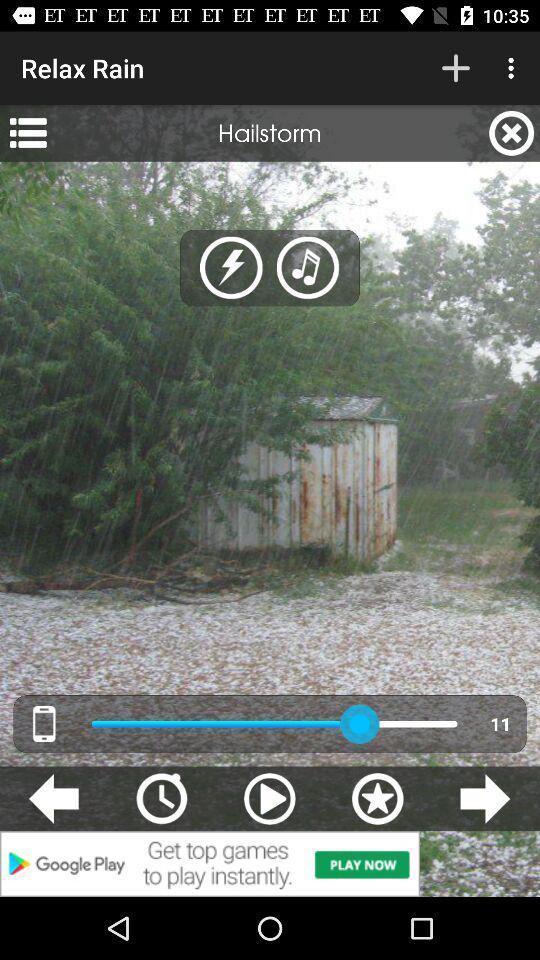  Describe the element at coordinates (308, 267) in the screenshot. I see `the app below hailstorm app` at that location.